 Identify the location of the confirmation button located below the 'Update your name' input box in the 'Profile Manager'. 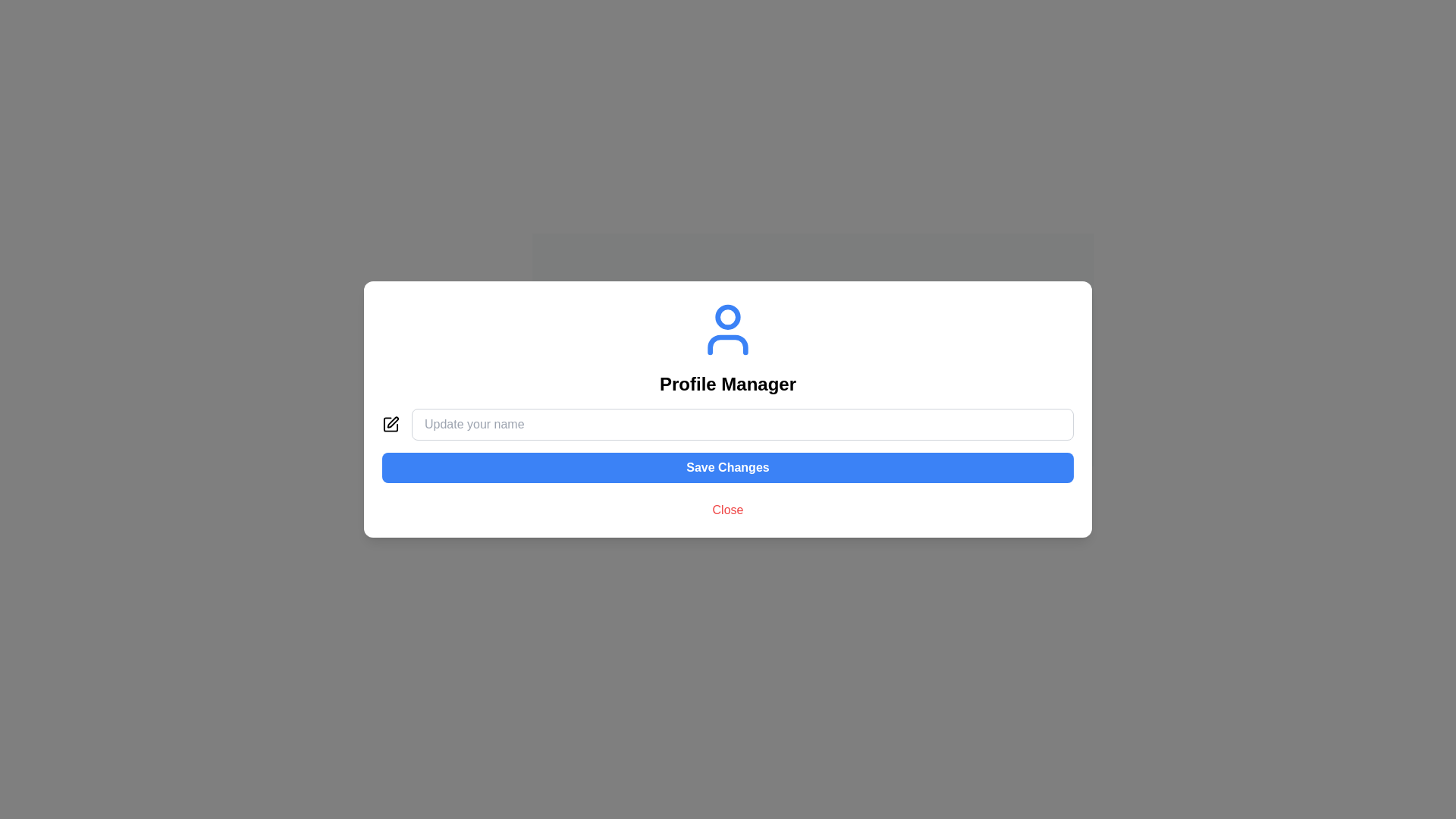
(728, 444).